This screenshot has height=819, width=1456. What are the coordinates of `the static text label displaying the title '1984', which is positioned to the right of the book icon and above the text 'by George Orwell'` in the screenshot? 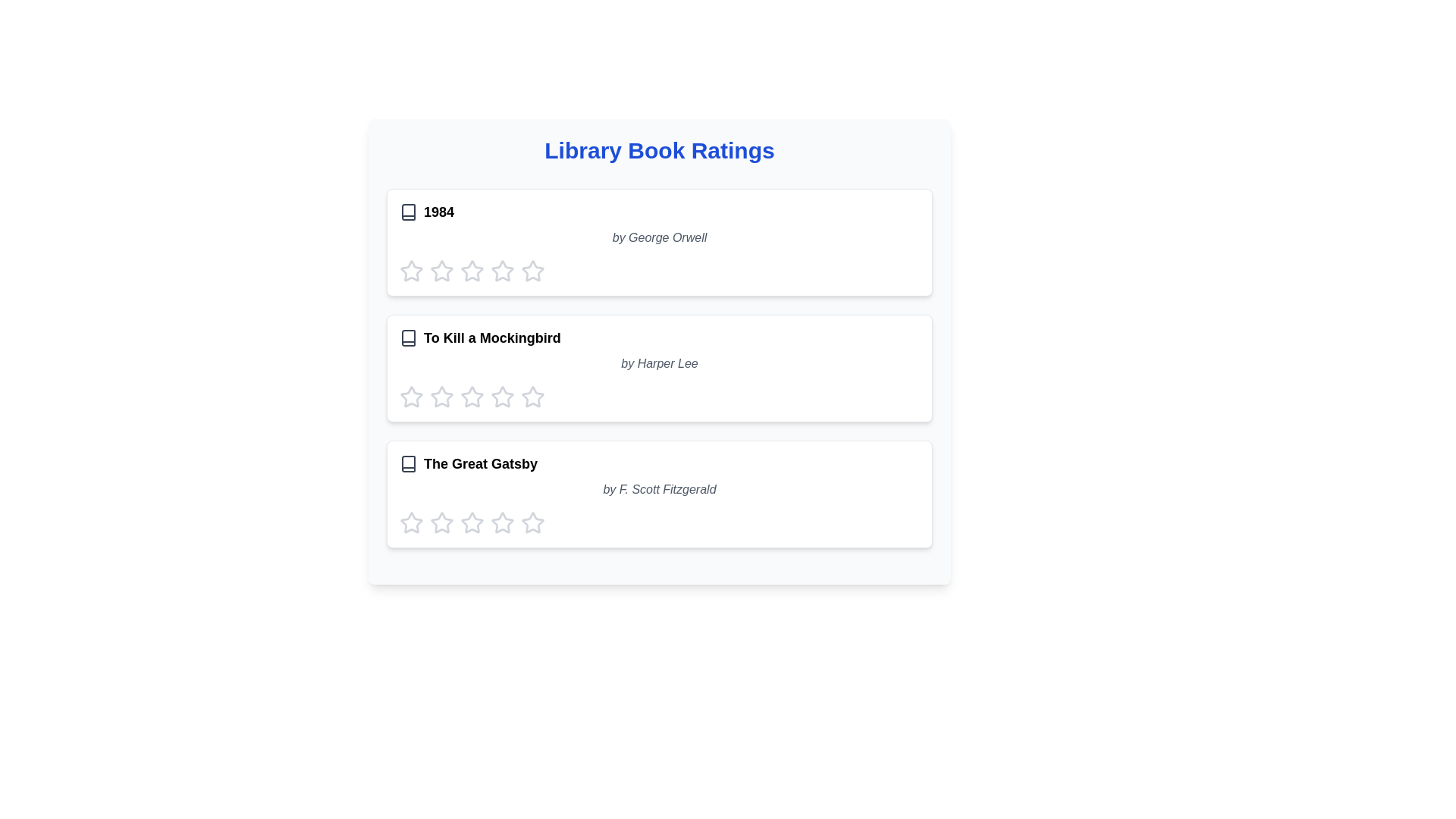 It's located at (438, 212).